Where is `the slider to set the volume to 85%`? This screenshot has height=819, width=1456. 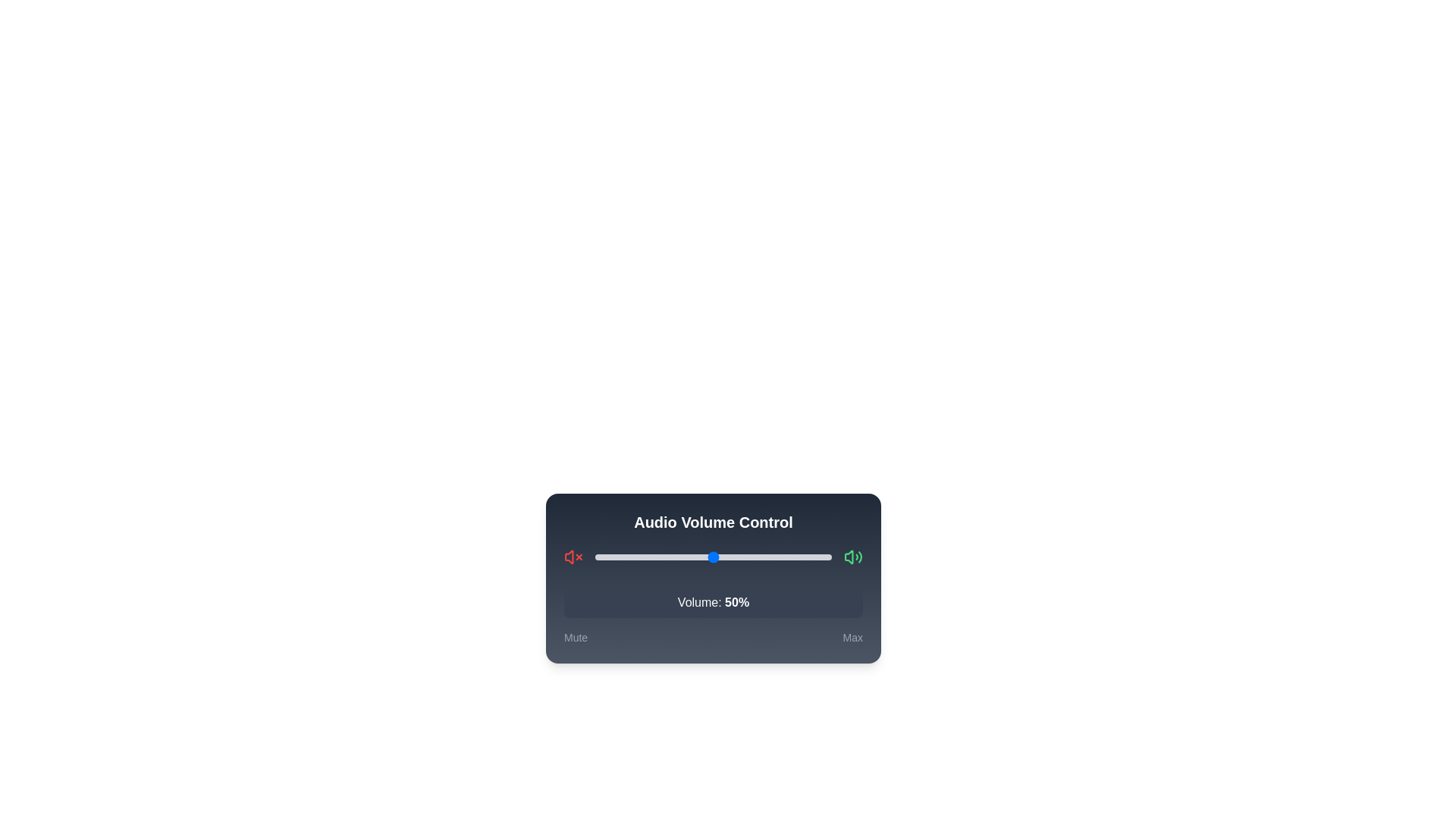
the slider to set the volume to 85% is located at coordinates (795, 557).